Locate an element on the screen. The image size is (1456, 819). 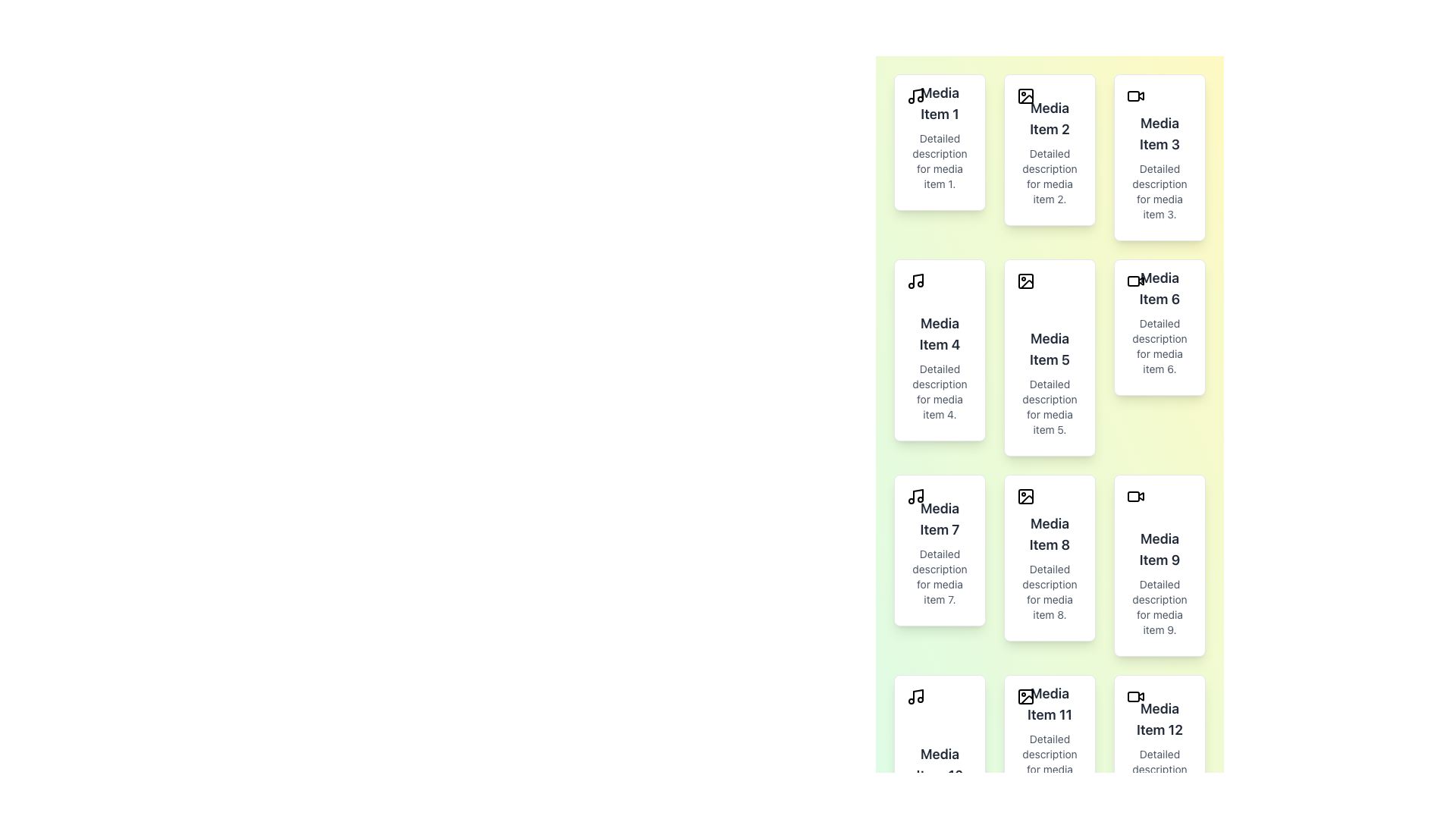
the title text of the media item located in the first column of the second row of the grid layout is located at coordinates (939, 333).